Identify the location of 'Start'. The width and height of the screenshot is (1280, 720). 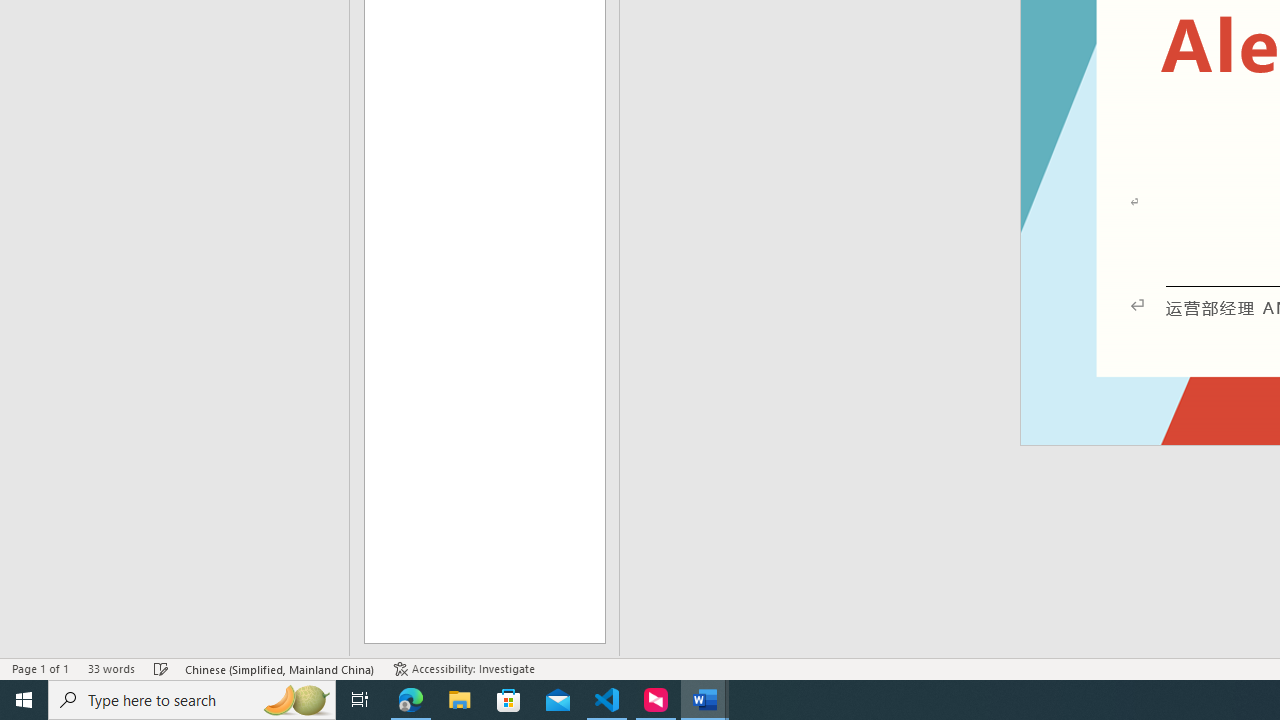
(24, 698).